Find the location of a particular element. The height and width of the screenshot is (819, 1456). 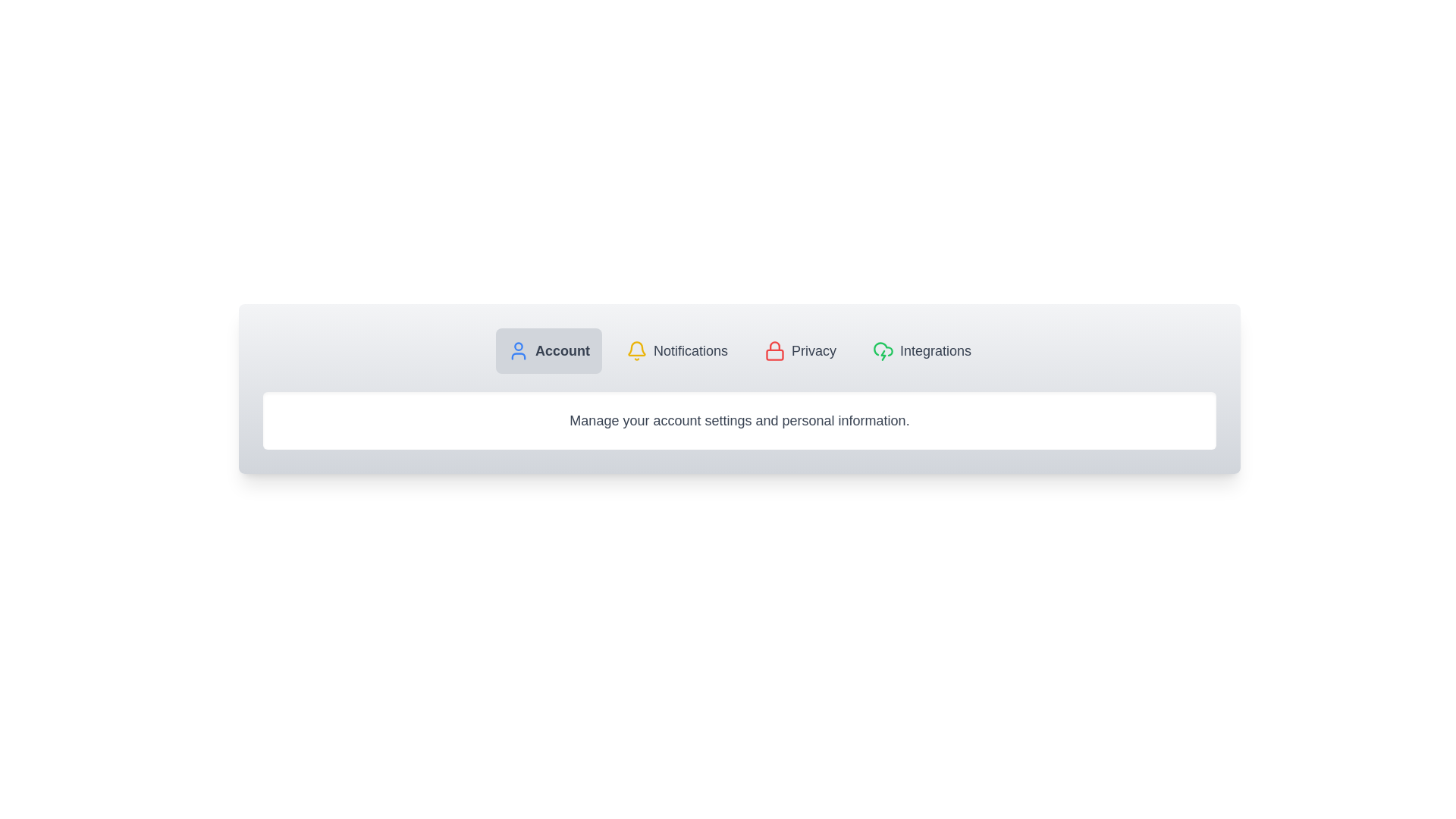

the upper part of the notification bell icon located in the 'Notifications' tab, which signifies incoming notifications is located at coordinates (637, 349).